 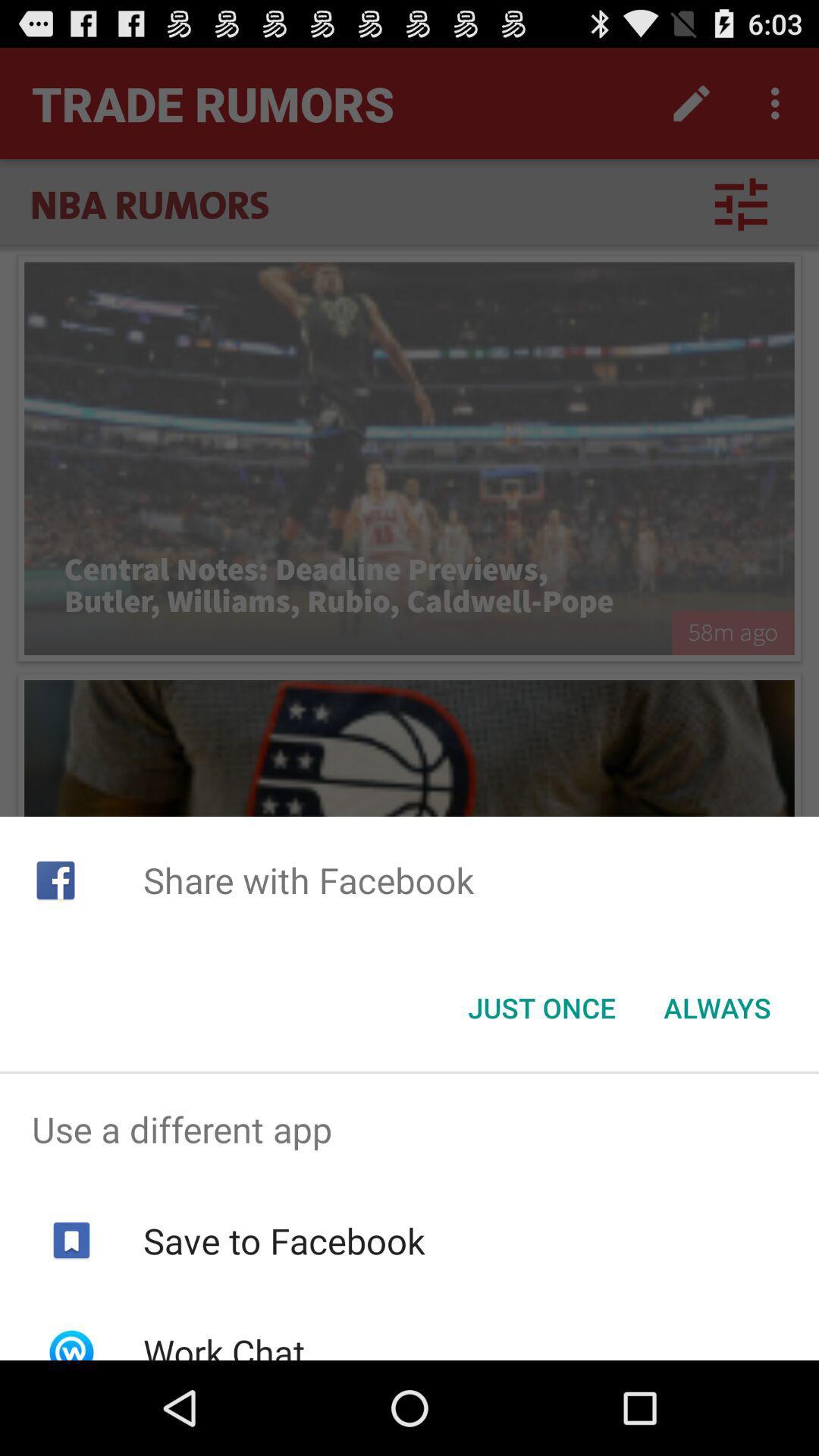 I want to click on use a different, so click(x=409, y=1129).